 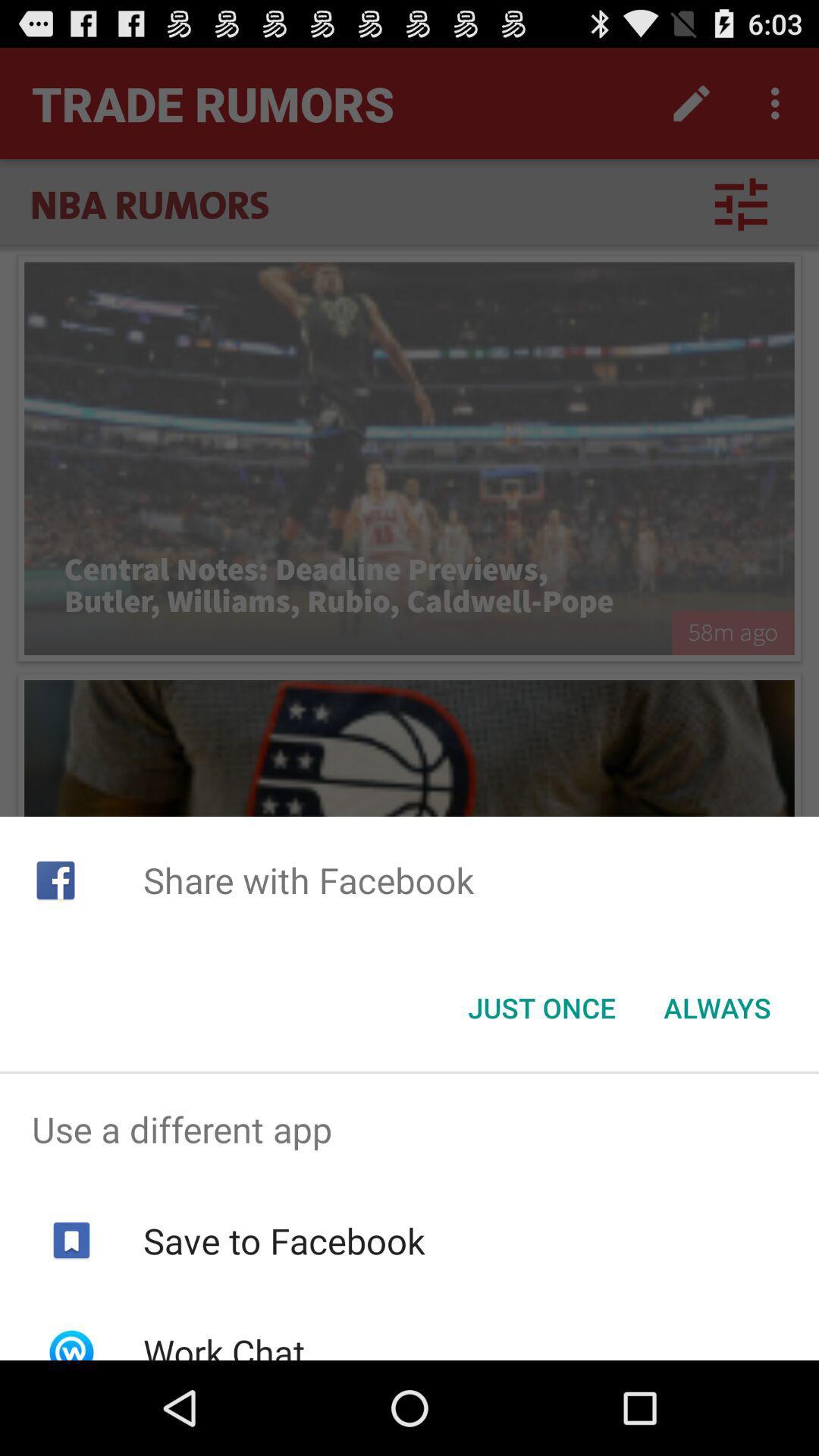 I want to click on use a different, so click(x=409, y=1129).